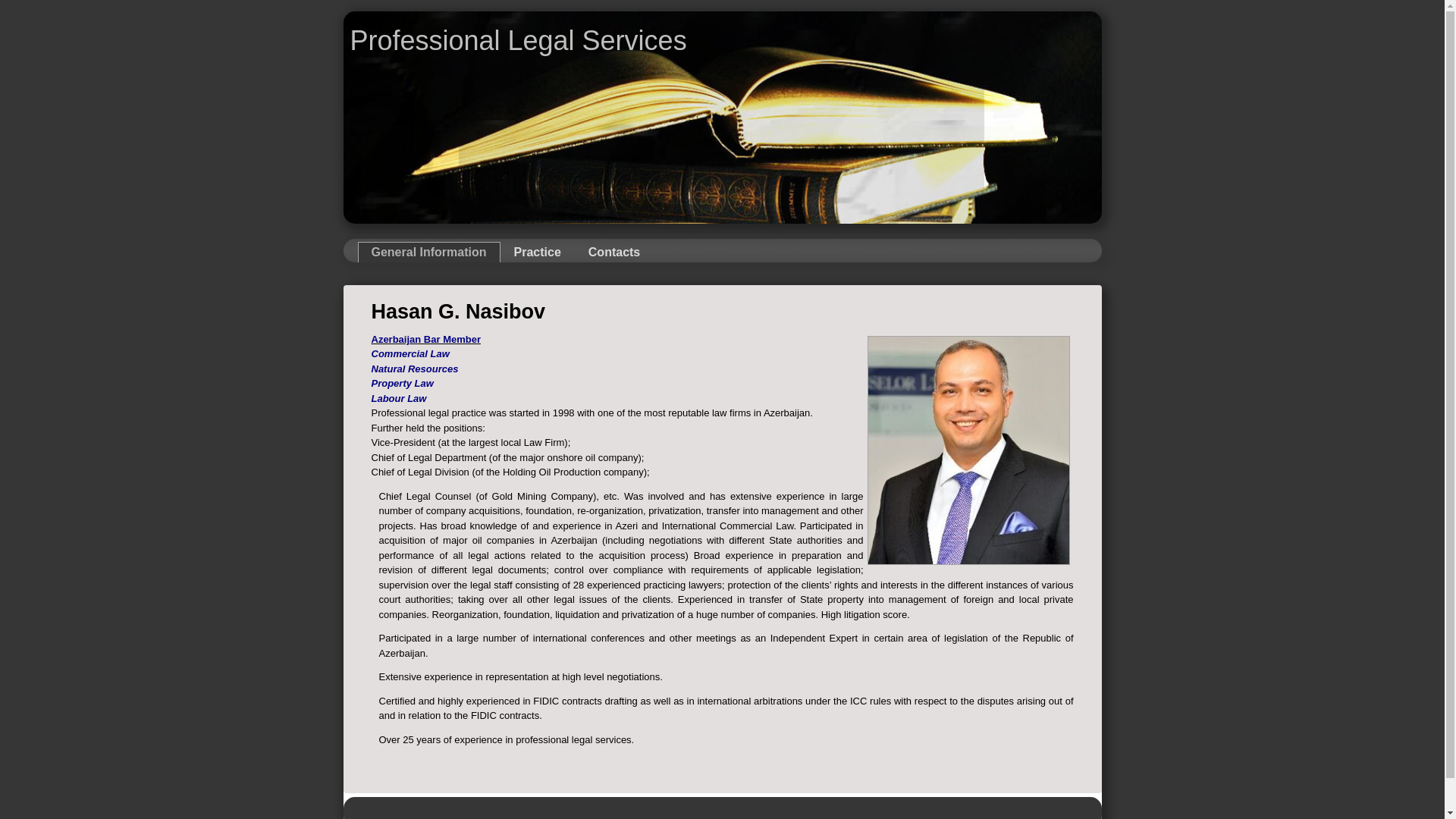 Image resolution: width=1456 pixels, height=819 pixels. I want to click on 'Practice', so click(538, 251).